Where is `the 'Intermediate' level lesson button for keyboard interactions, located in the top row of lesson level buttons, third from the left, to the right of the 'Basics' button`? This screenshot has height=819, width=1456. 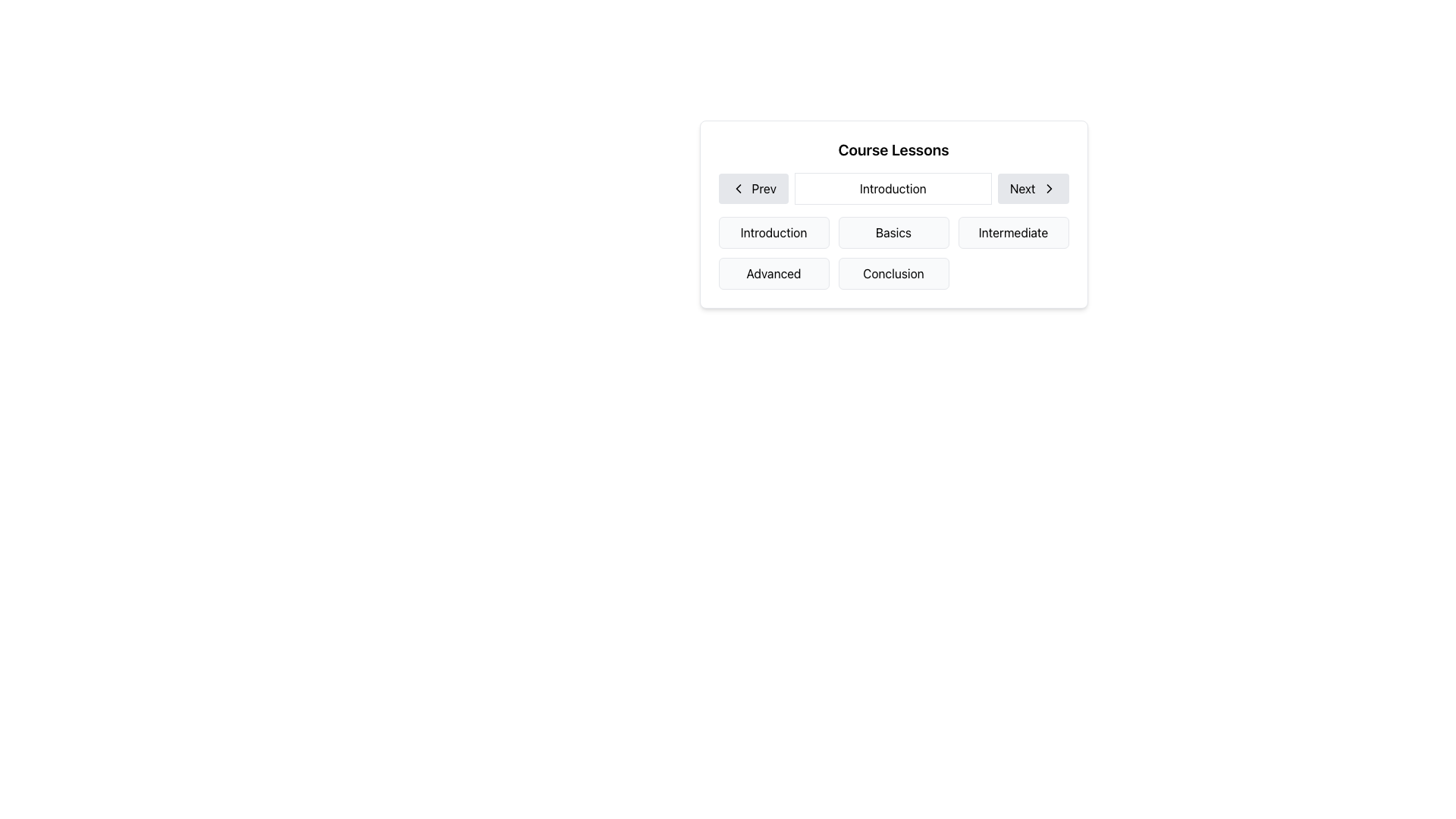 the 'Intermediate' level lesson button for keyboard interactions, located in the top row of lesson level buttons, third from the left, to the right of the 'Basics' button is located at coordinates (1013, 233).